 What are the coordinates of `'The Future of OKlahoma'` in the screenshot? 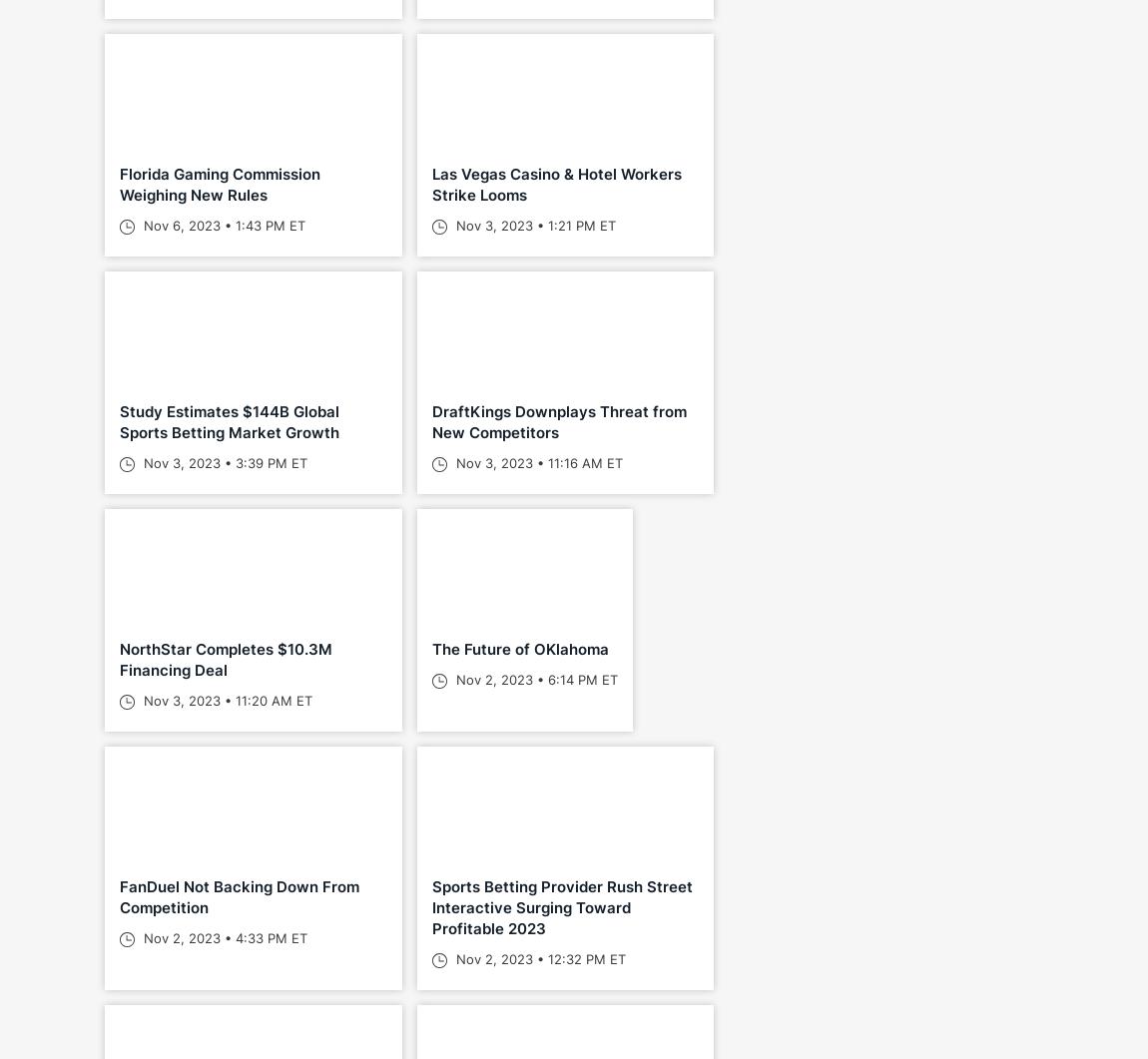 It's located at (519, 648).